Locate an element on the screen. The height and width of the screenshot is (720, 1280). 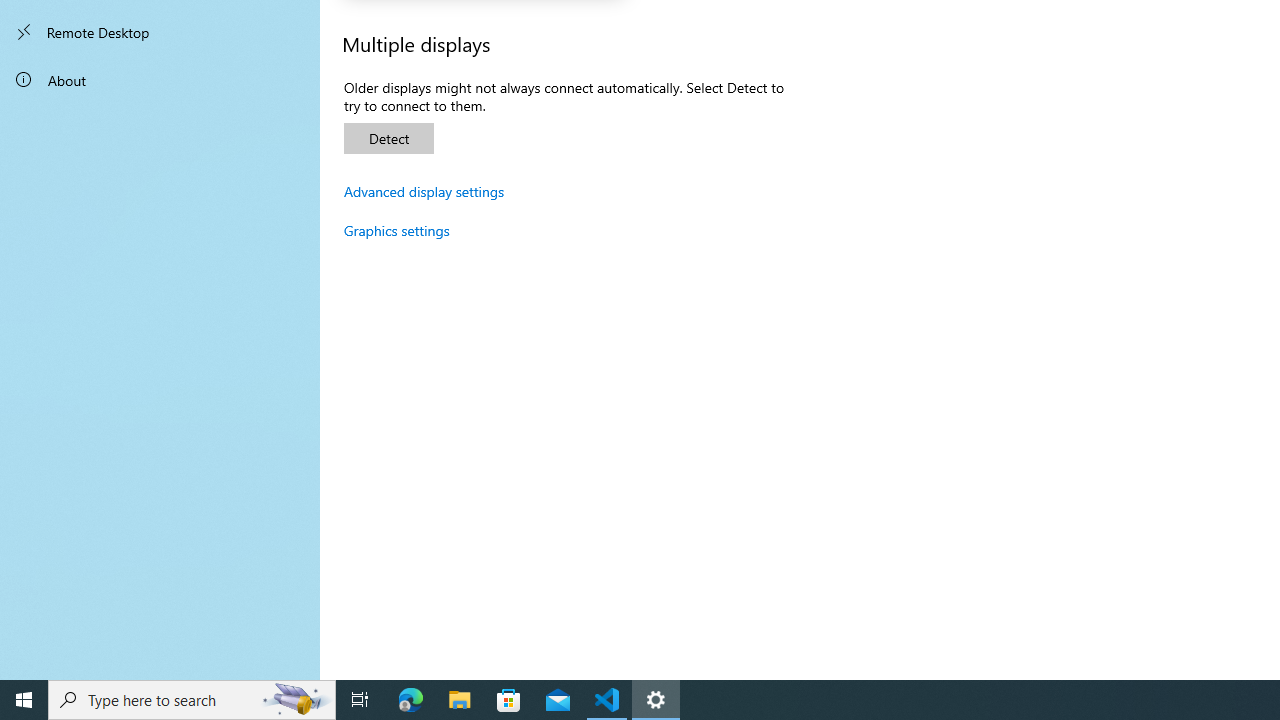
'Detect' is located at coordinates (389, 137).